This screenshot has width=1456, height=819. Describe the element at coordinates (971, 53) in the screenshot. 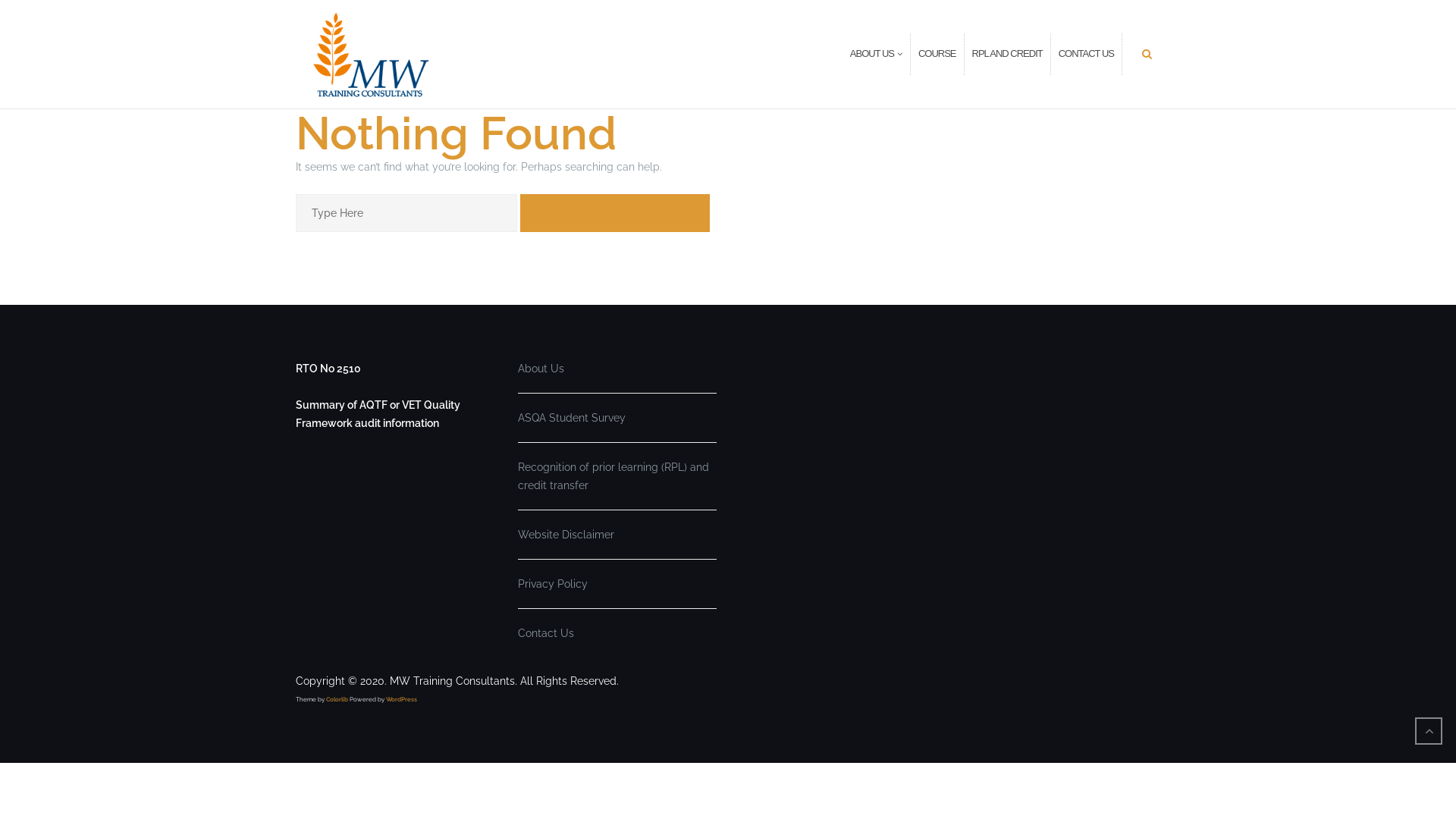

I see `'RPL AND CREDIT'` at that location.